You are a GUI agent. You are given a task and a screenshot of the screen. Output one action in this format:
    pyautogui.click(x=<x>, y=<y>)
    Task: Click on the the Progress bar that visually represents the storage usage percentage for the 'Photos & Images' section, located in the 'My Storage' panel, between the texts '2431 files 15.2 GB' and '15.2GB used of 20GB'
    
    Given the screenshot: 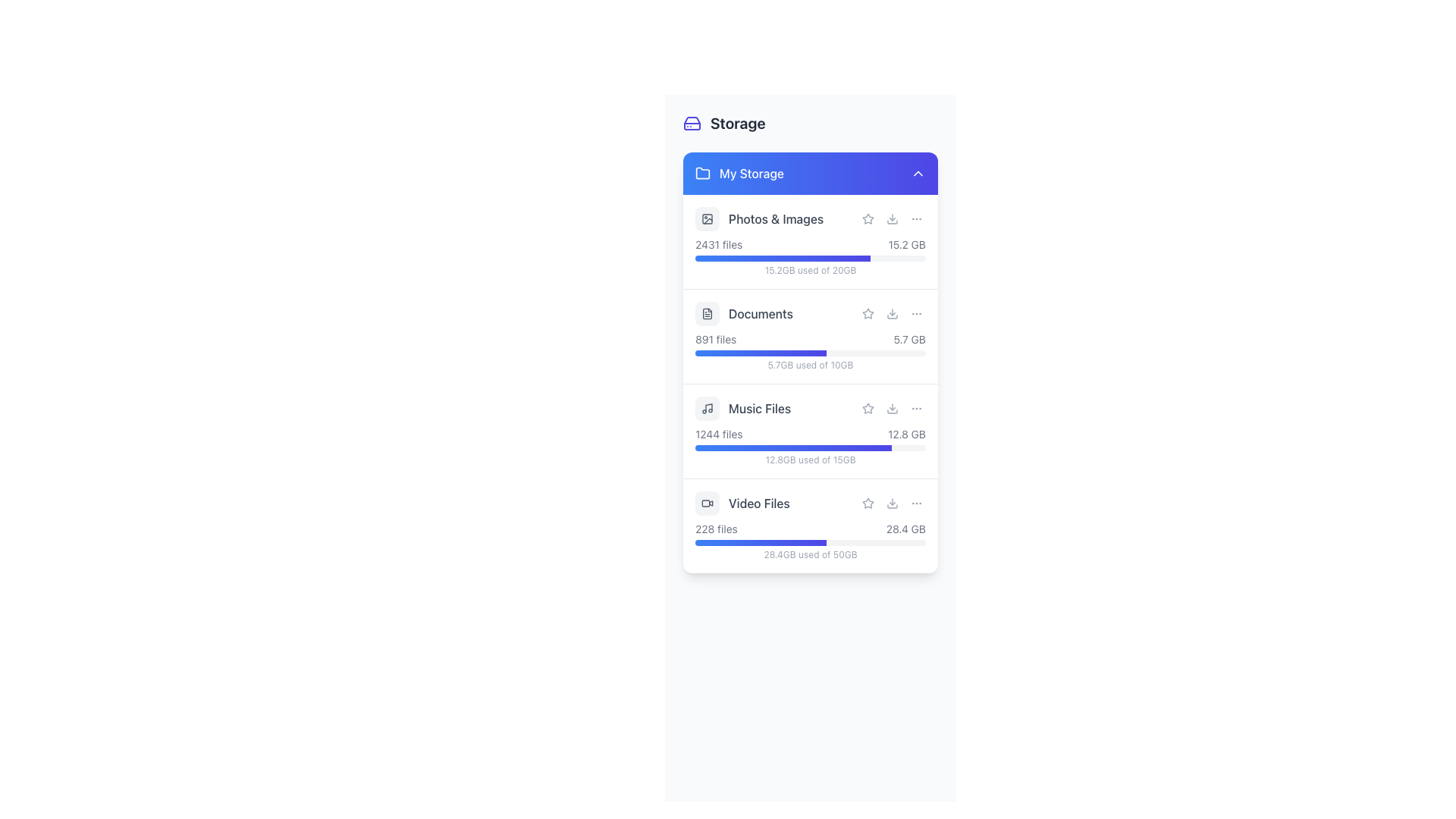 What is the action you would take?
    pyautogui.click(x=810, y=257)
    